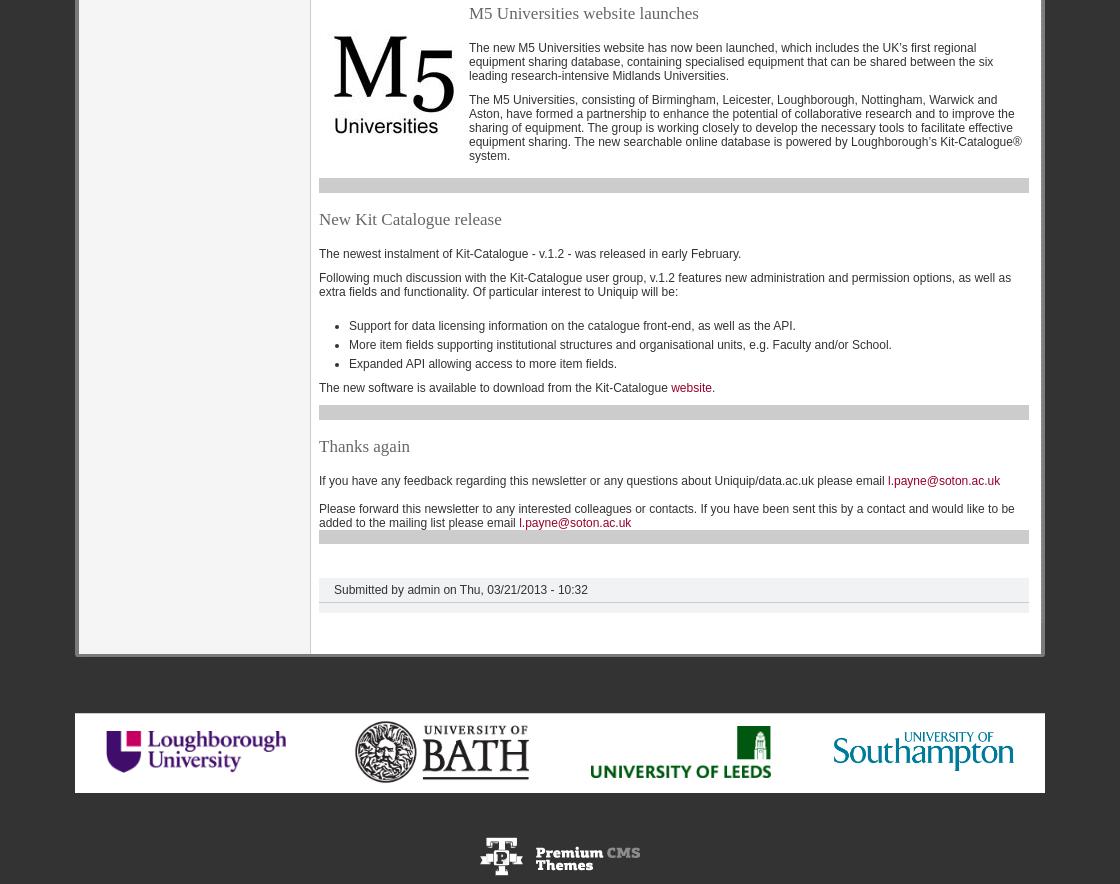  What do you see at coordinates (364, 445) in the screenshot?
I see `'Thanks again'` at bounding box center [364, 445].